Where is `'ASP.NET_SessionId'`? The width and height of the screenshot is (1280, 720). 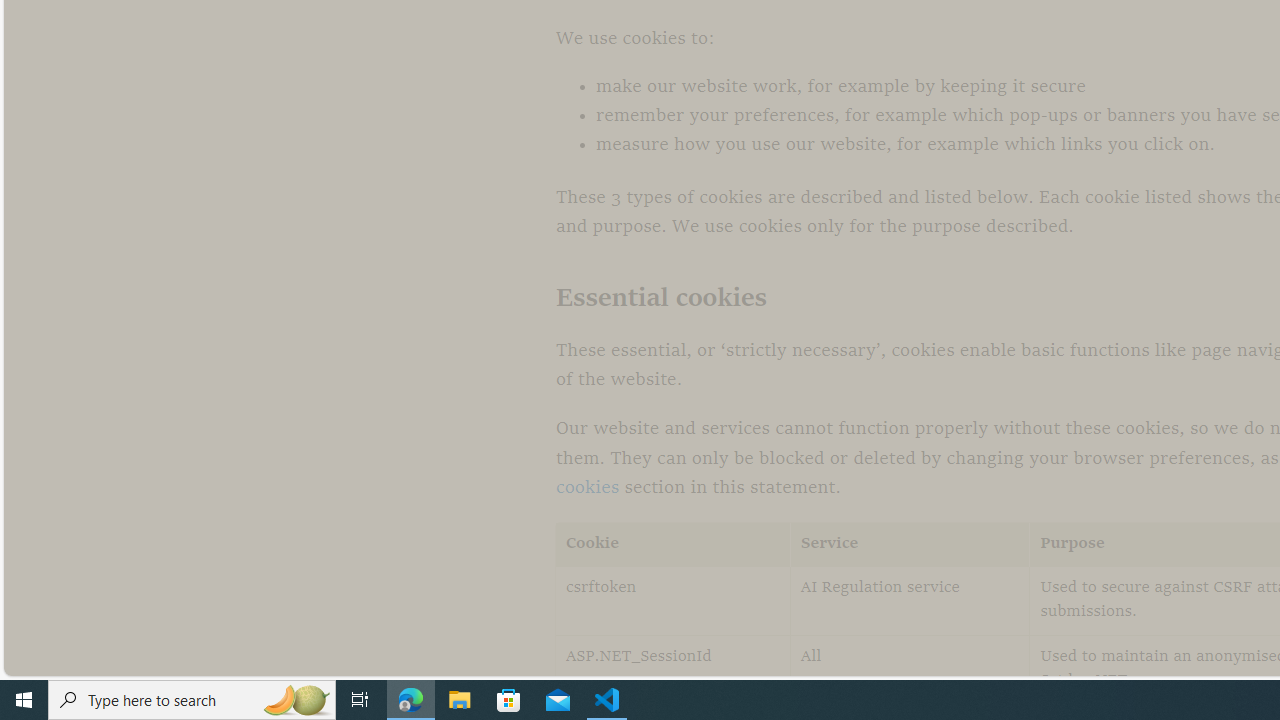 'ASP.NET_SessionId' is located at coordinates (673, 669).